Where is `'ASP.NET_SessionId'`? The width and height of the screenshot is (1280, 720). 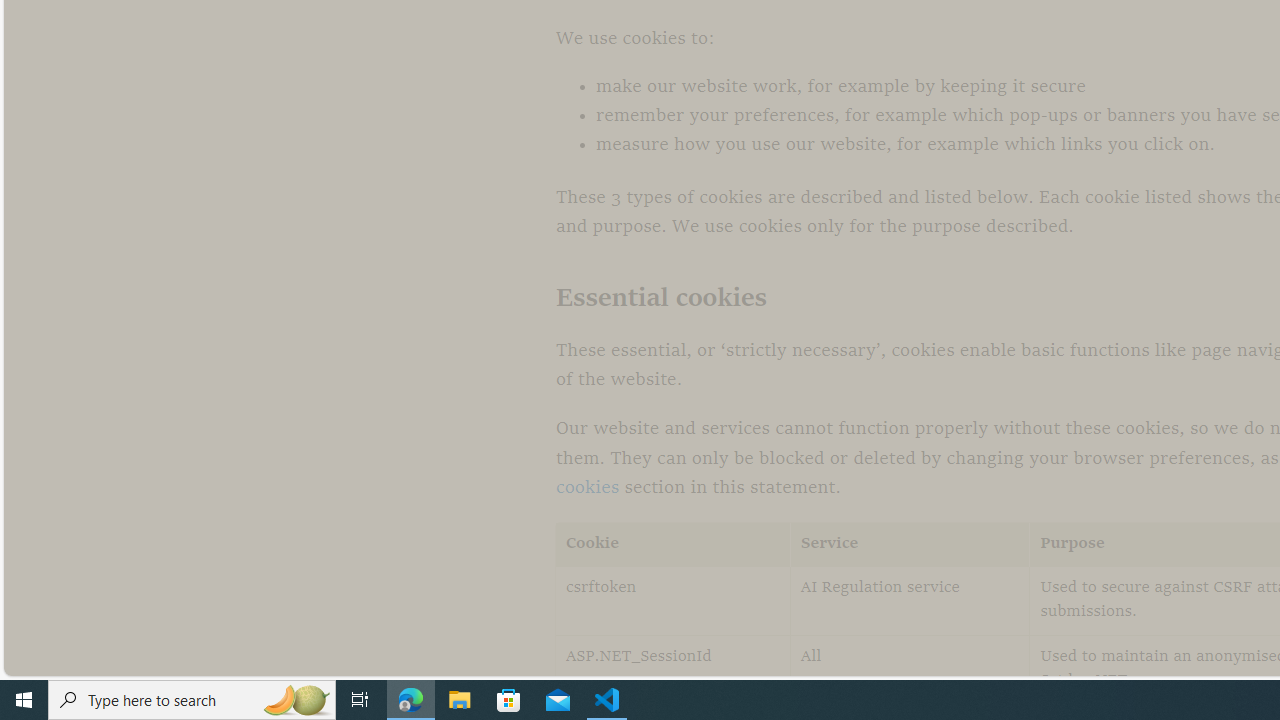 'ASP.NET_SessionId' is located at coordinates (673, 669).